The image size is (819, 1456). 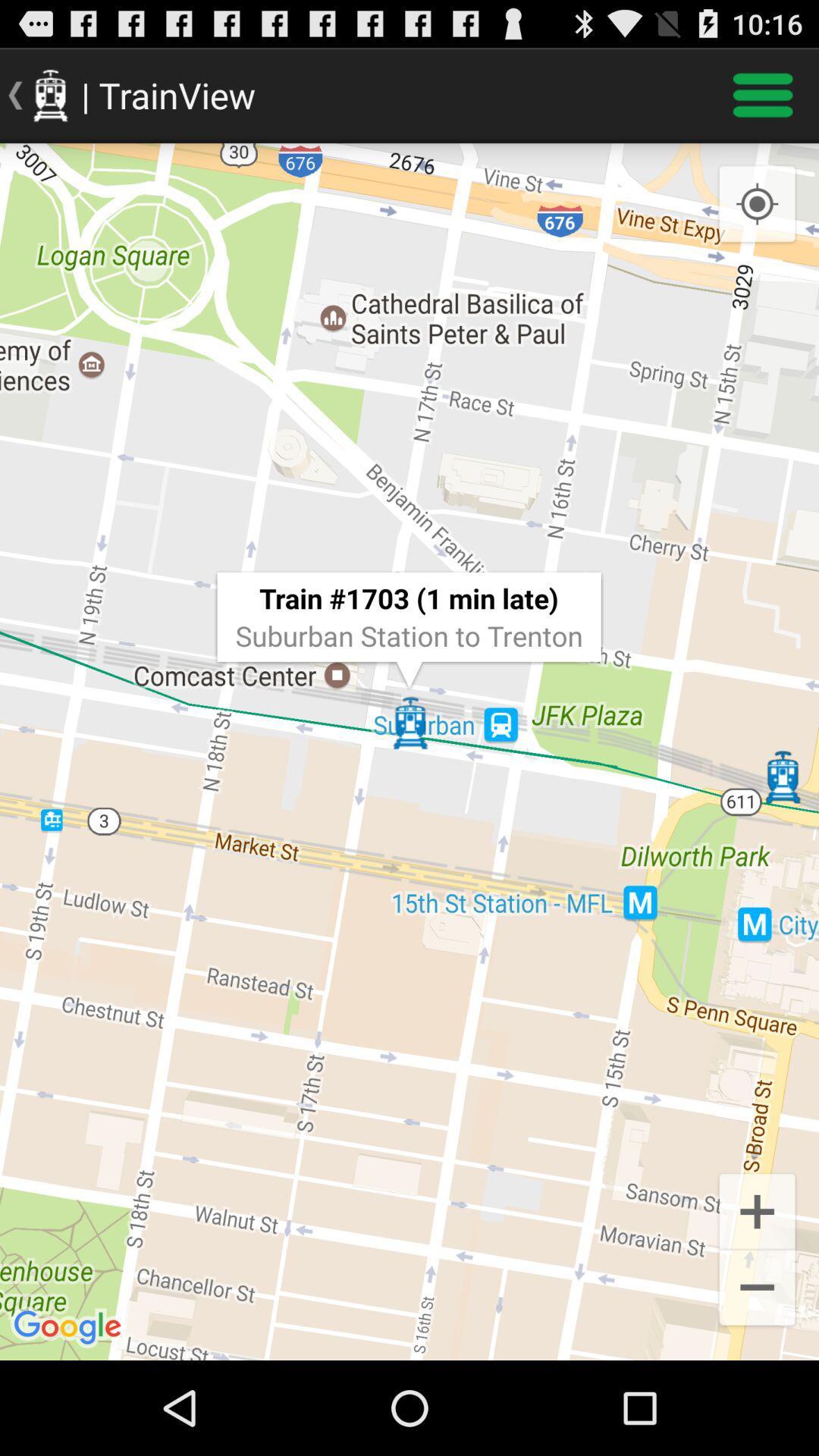 I want to click on the add icon, so click(x=757, y=1294).